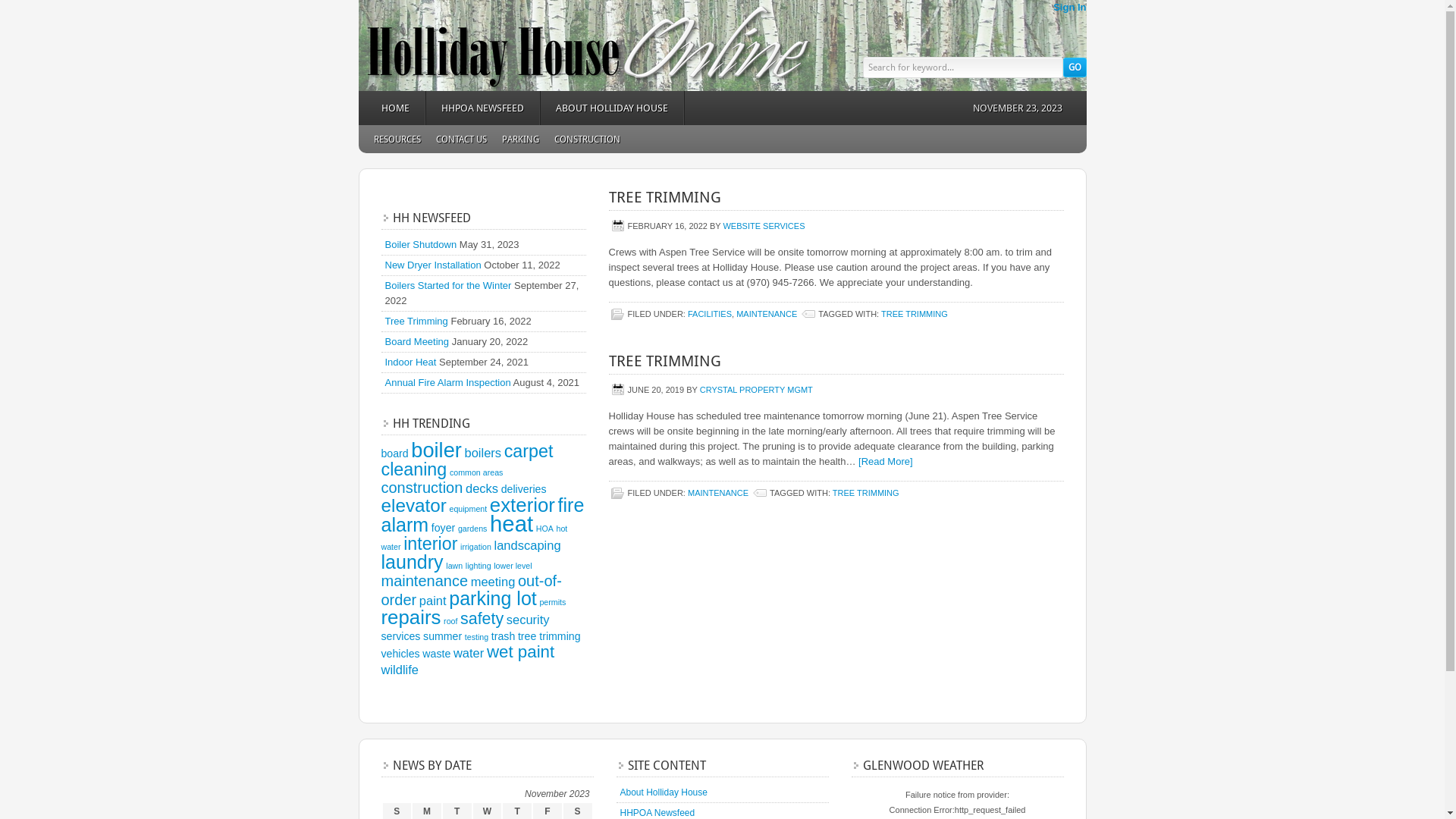  What do you see at coordinates (381, 488) in the screenshot?
I see `'construction'` at bounding box center [381, 488].